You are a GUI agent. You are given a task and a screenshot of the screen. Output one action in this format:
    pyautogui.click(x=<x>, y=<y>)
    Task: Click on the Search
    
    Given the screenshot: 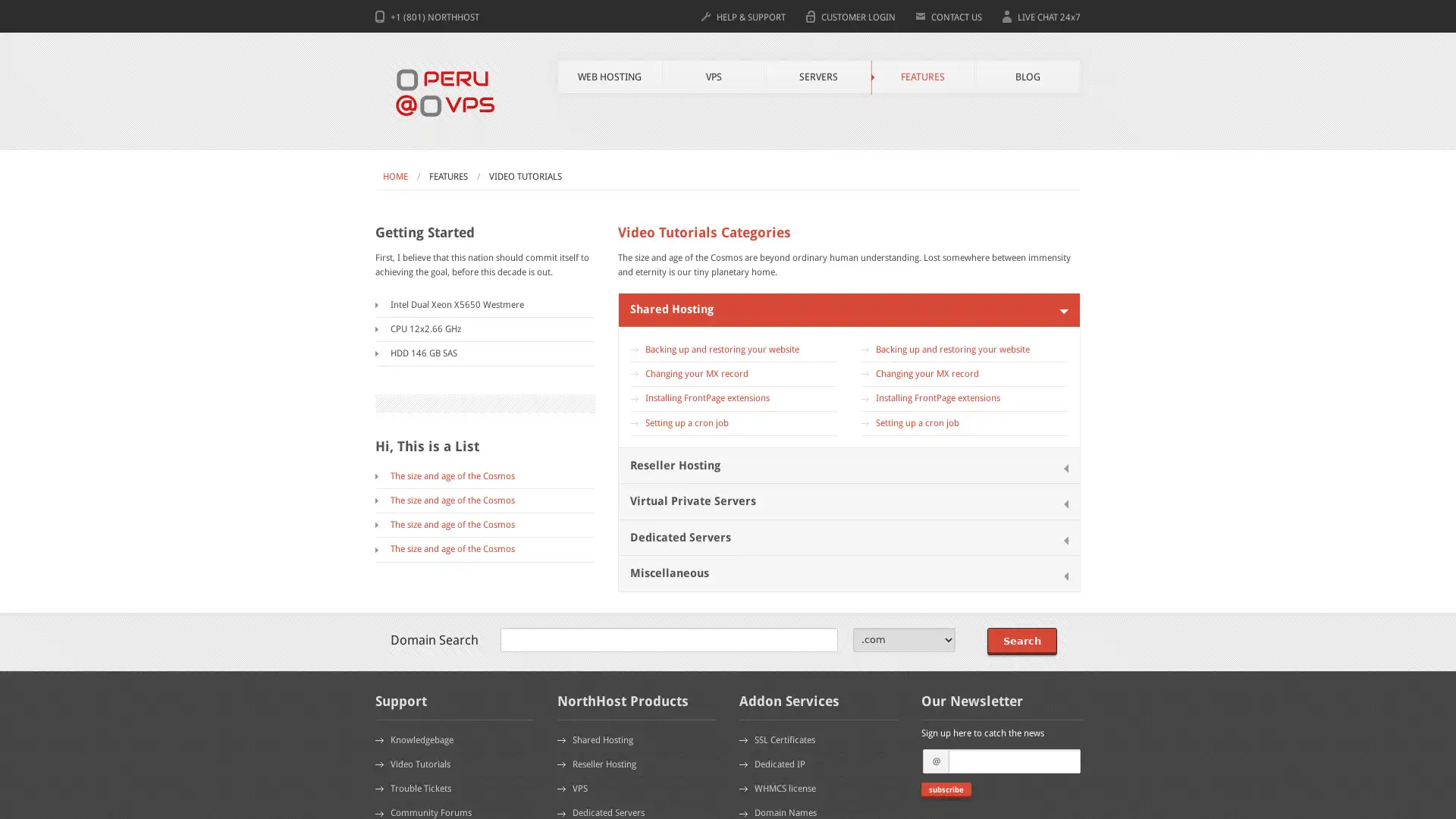 What is the action you would take?
    pyautogui.click(x=1021, y=641)
    